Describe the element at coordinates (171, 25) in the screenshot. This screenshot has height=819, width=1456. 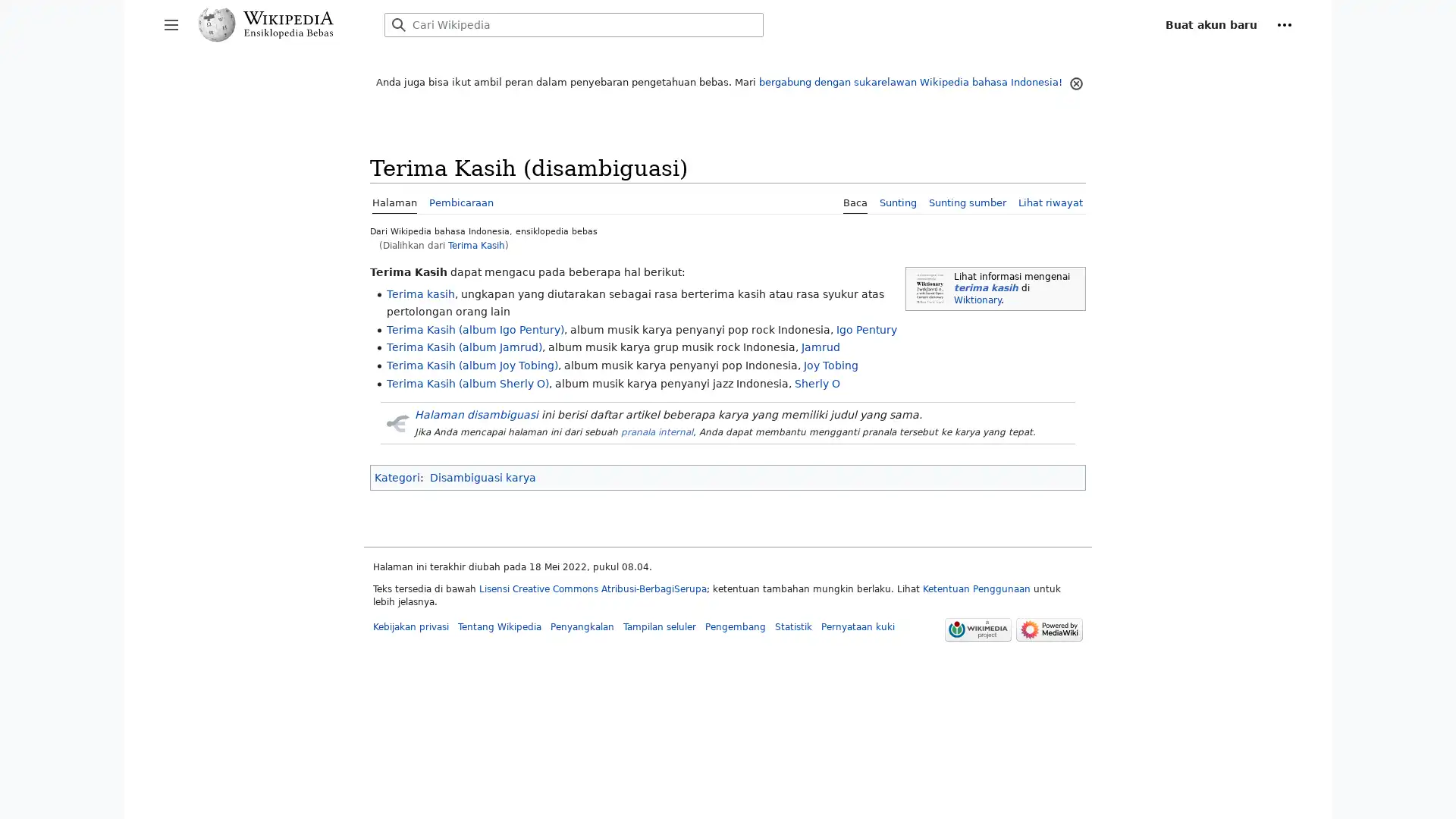
I see `Buka/tutup bilah samping` at that location.